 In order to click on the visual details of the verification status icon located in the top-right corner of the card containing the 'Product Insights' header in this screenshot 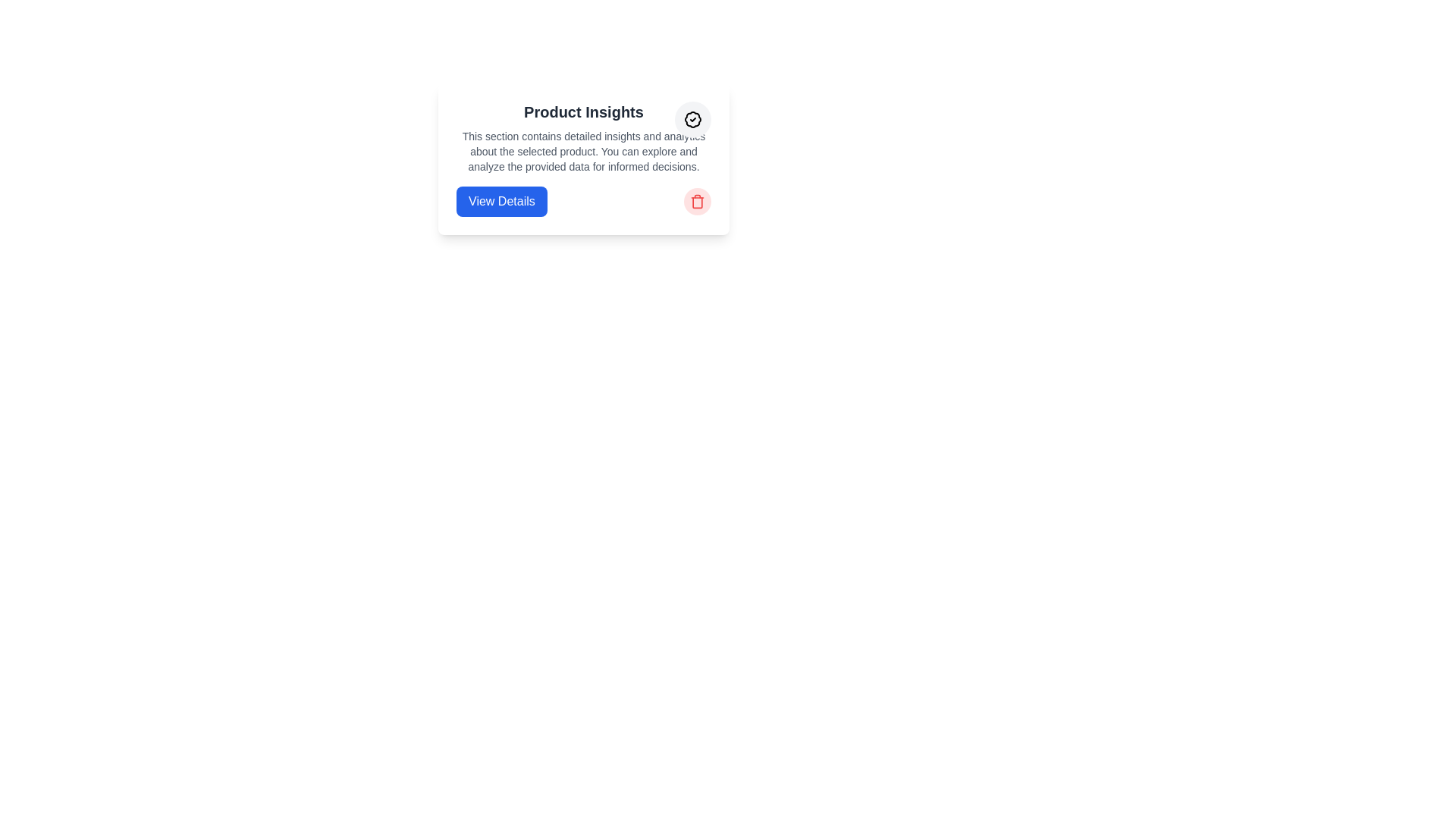, I will do `click(692, 119)`.